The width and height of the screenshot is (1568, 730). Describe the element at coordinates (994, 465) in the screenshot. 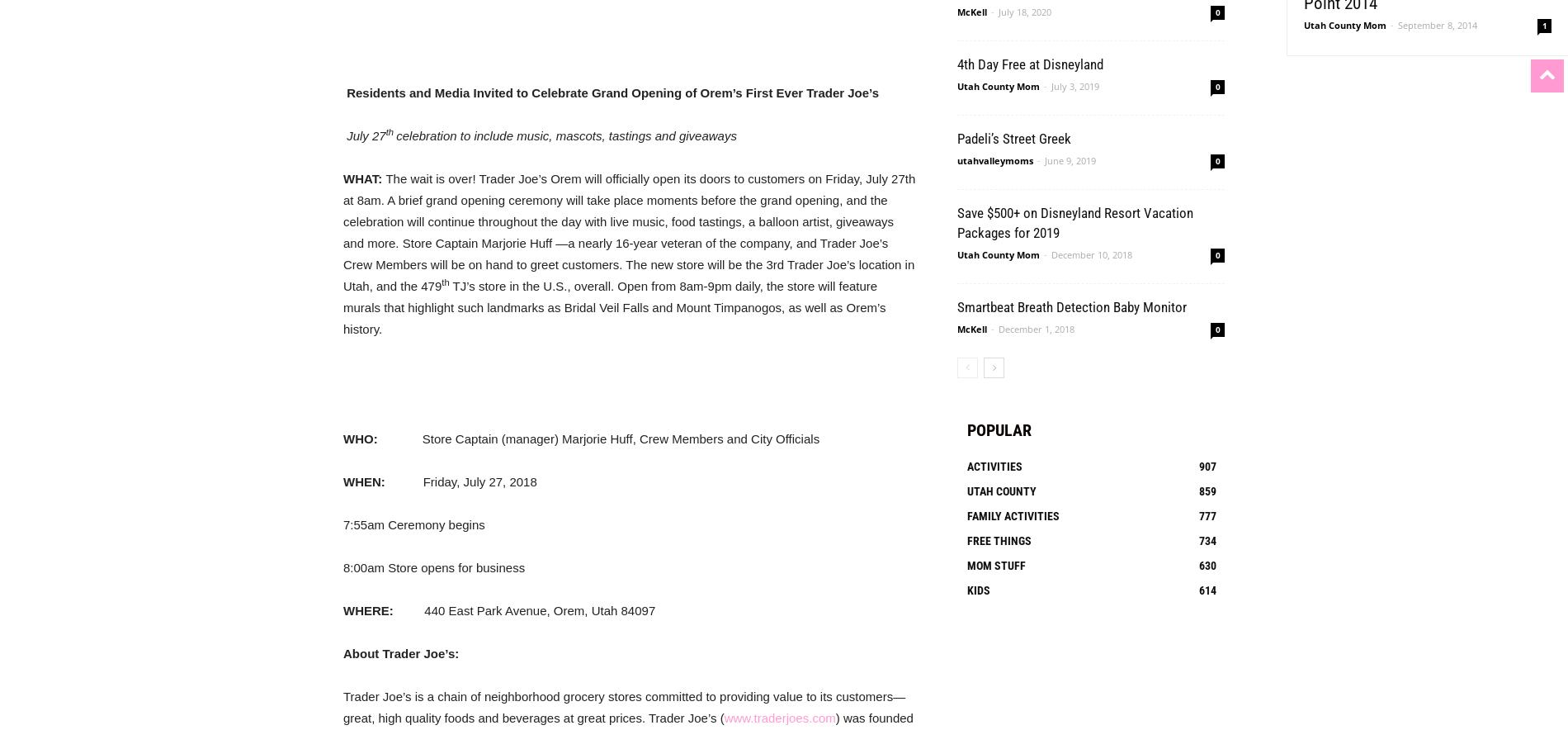

I see `'Activities'` at that location.